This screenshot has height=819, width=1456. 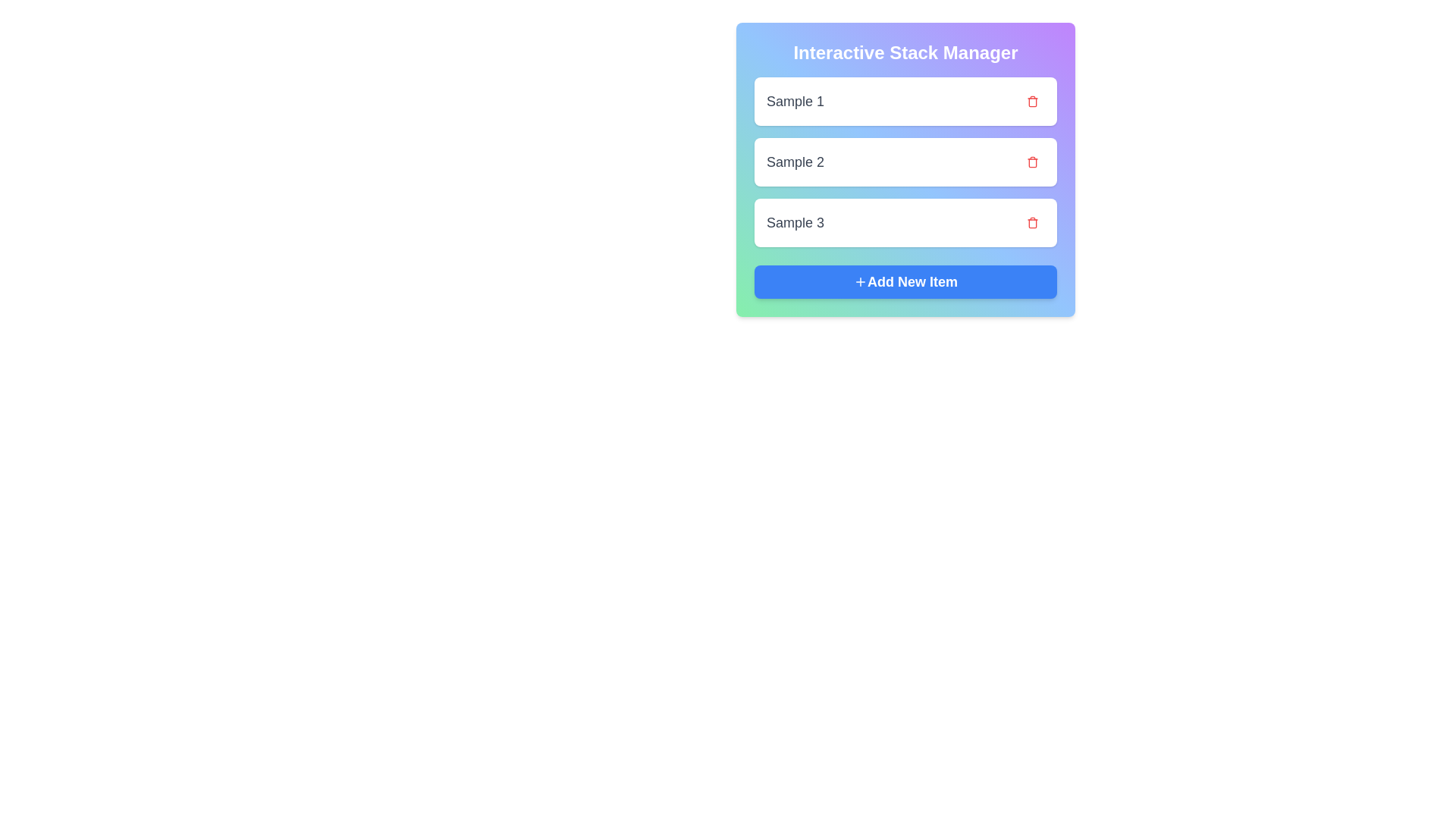 What do you see at coordinates (1032, 162) in the screenshot?
I see `the delete icon button located in the second row of the 'Interactive Stack Manager' section, to the right of the text input labeled 'Sample 2'` at bounding box center [1032, 162].